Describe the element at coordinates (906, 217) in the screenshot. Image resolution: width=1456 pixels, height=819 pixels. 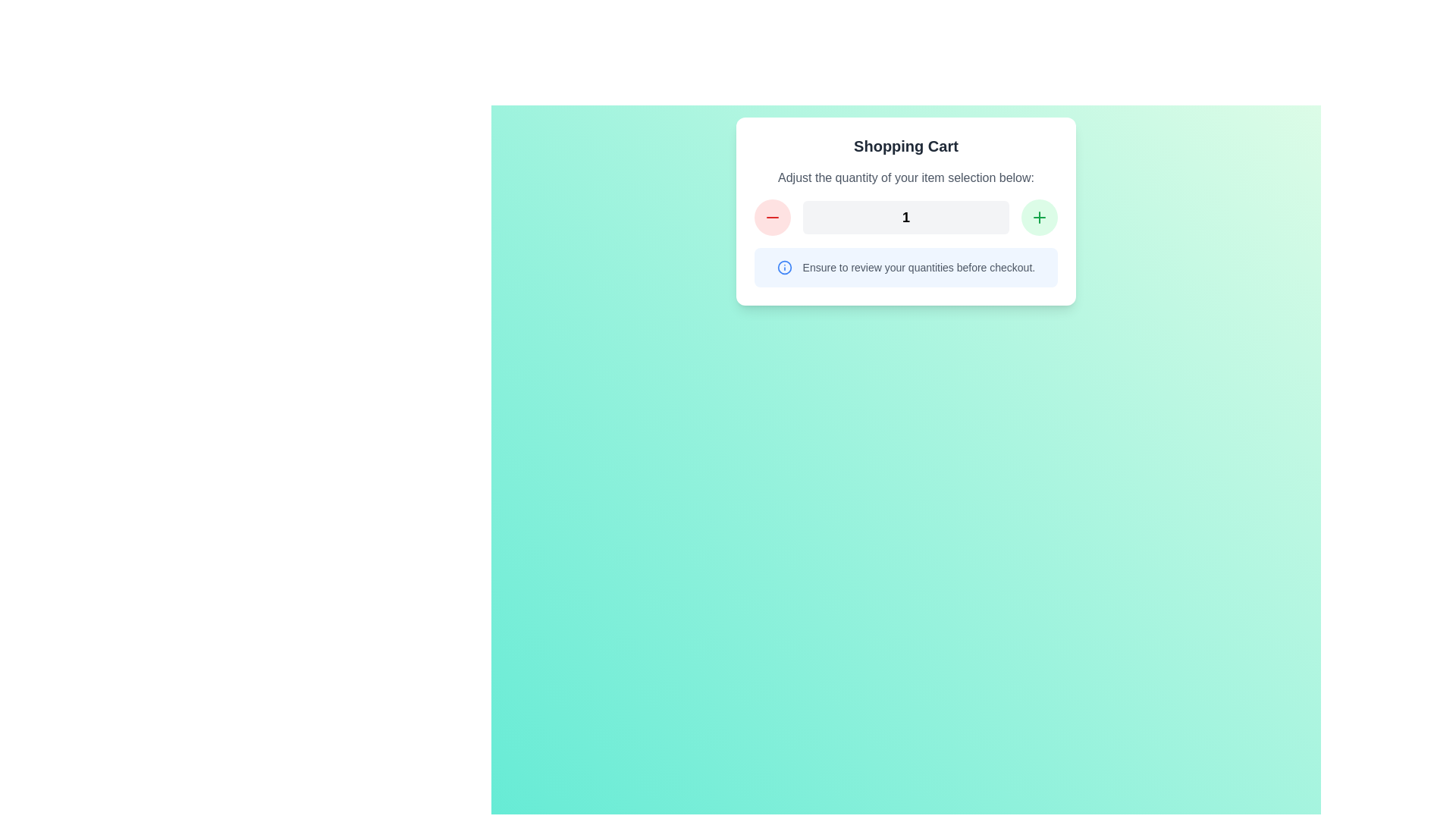
I see `the static text display that shows the number '1' in a bold, large font, which is centrally aligned in a light gray rectangular box within the 'Shopping Cart' card` at that location.